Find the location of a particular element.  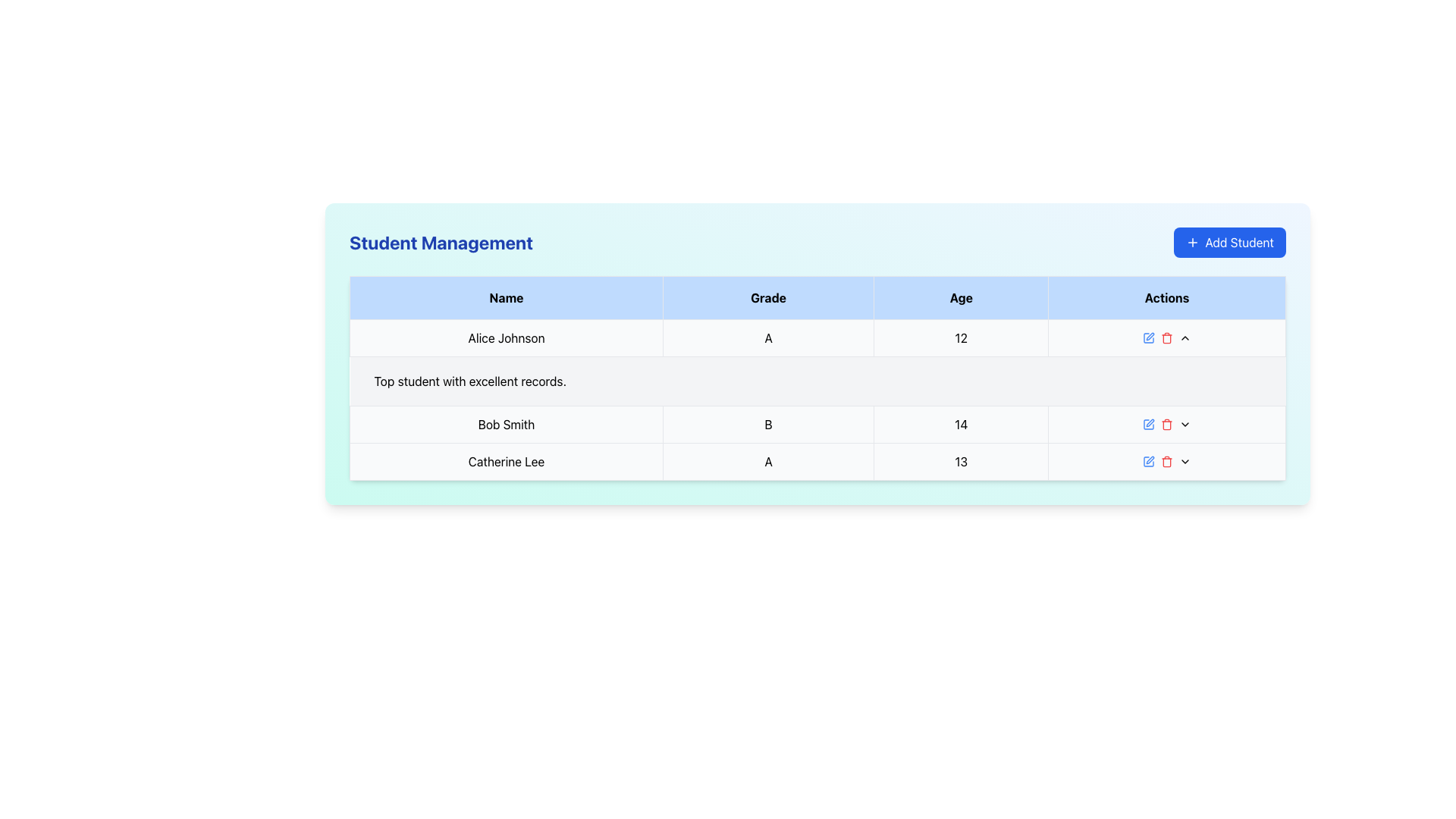

the table row displaying data for the person named Catherine Lee, which includes their grade 'A' and age '13' is located at coordinates (817, 461).